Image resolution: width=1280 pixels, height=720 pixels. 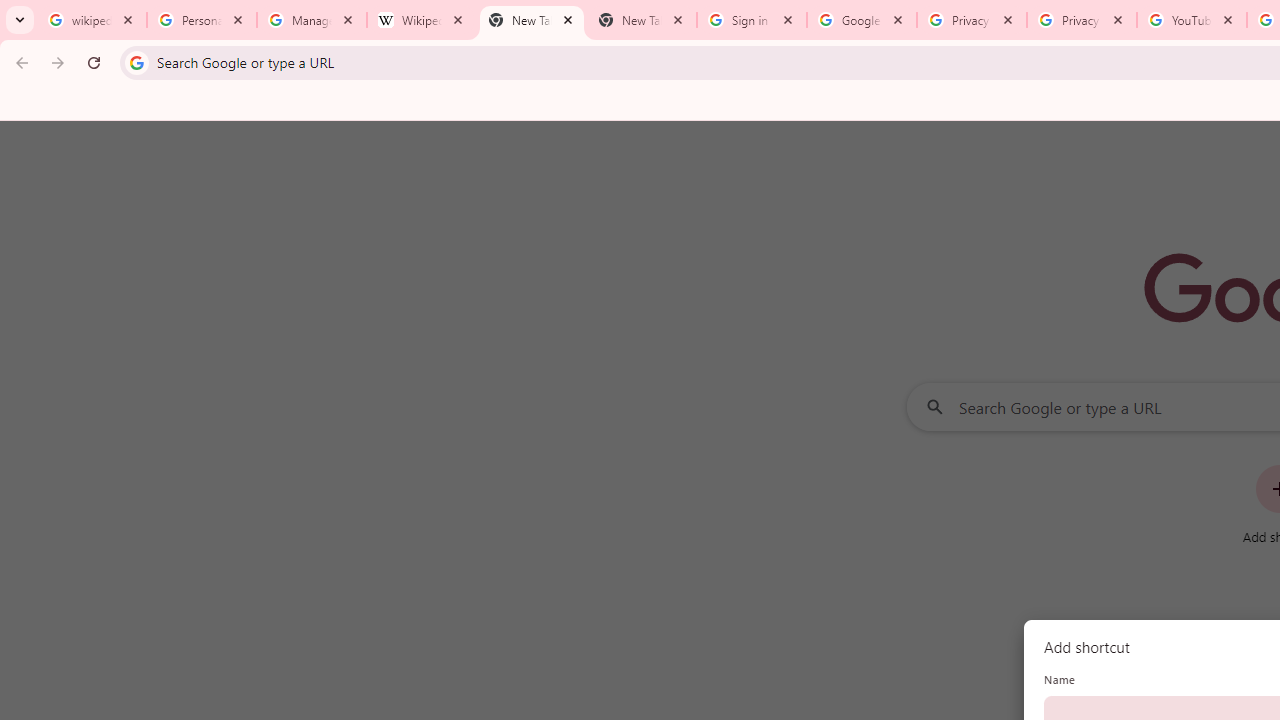 I want to click on 'New Tab', so click(x=642, y=20).